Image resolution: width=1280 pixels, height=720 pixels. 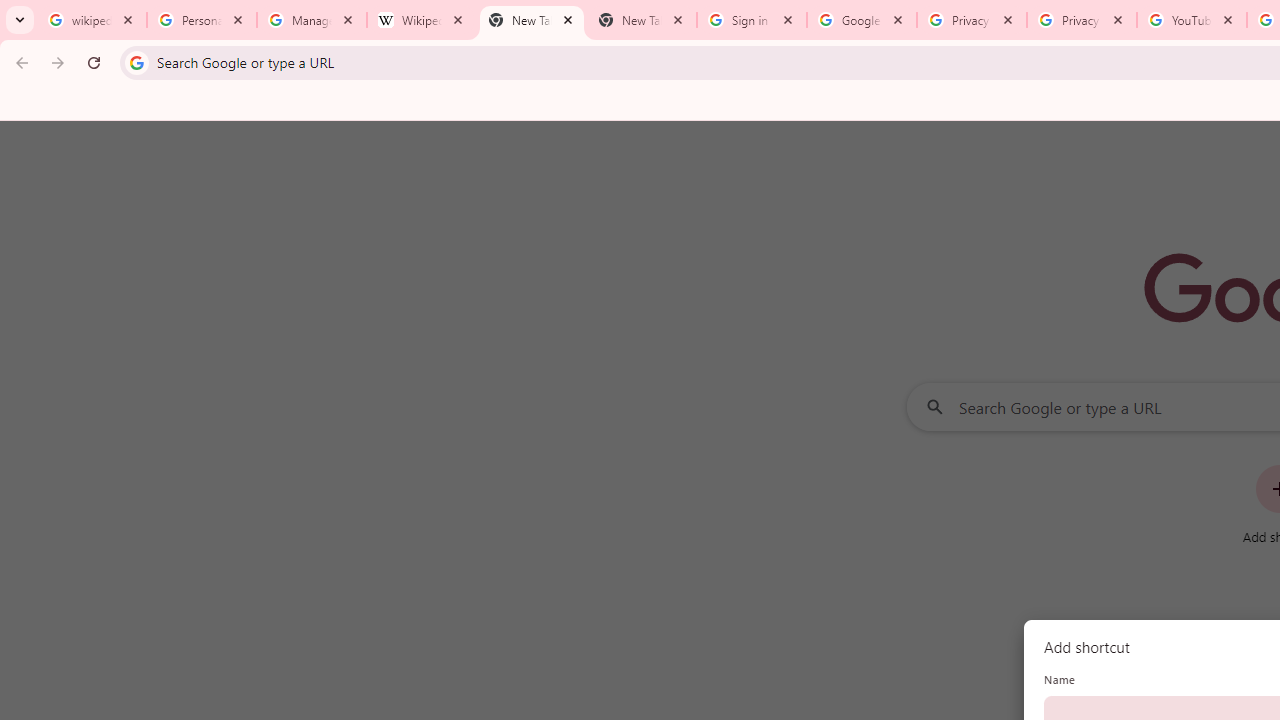 I want to click on 'New Tab', so click(x=642, y=20).